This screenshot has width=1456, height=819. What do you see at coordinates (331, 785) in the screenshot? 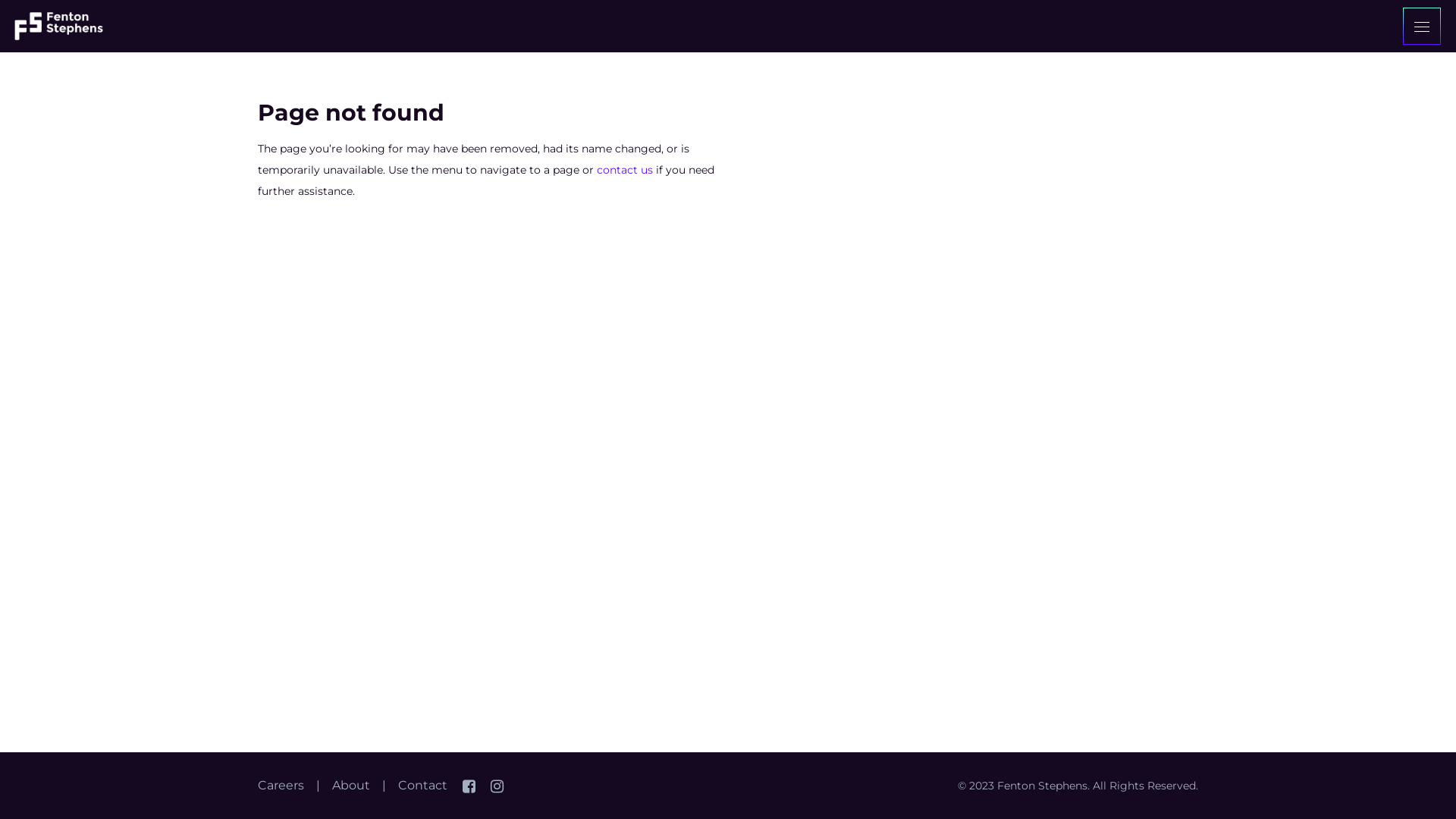
I see `'About'` at bounding box center [331, 785].